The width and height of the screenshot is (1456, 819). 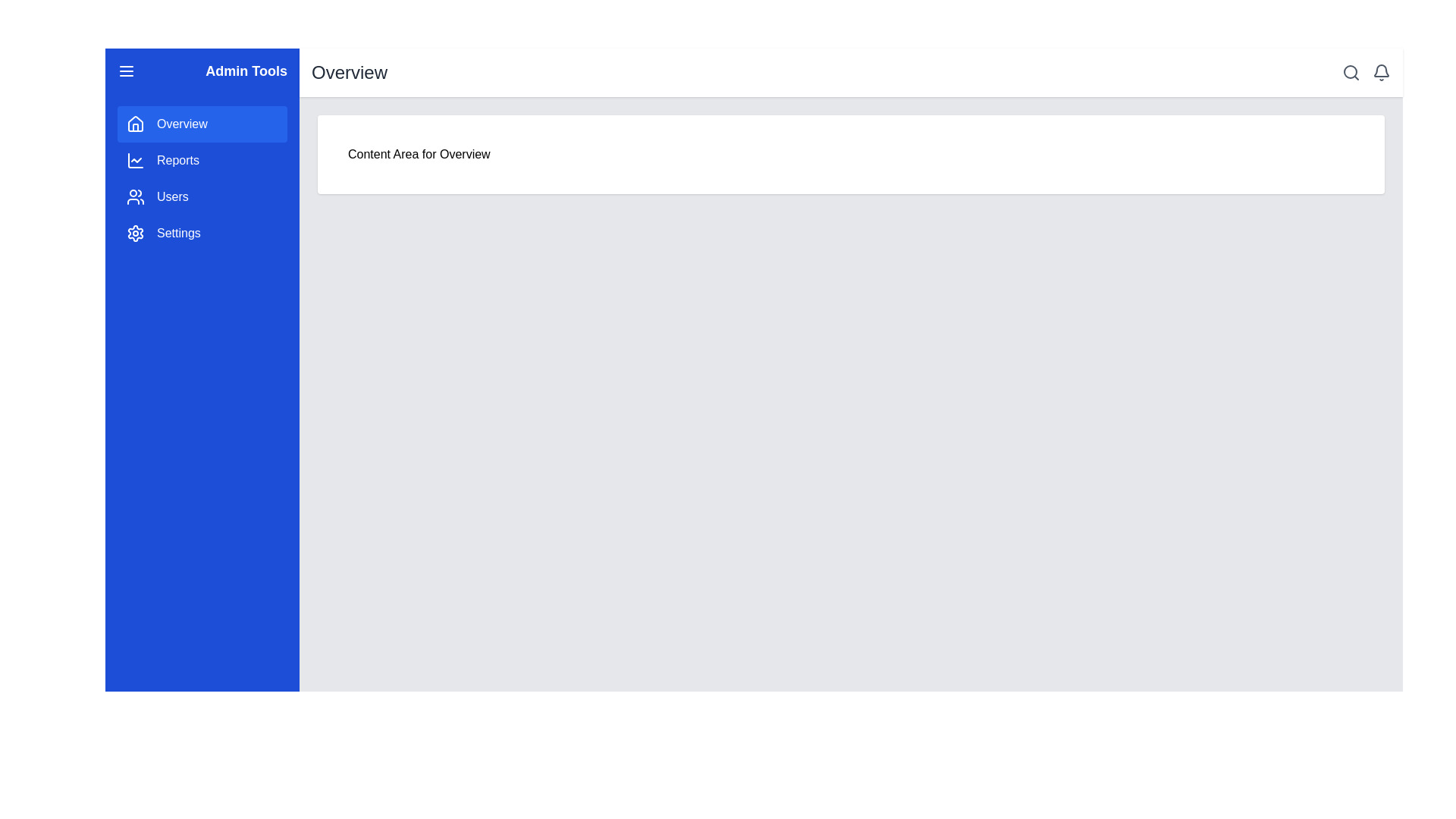 I want to click on heading text located at the top-center of the header section, which indicates the current page or section, so click(x=348, y=73).